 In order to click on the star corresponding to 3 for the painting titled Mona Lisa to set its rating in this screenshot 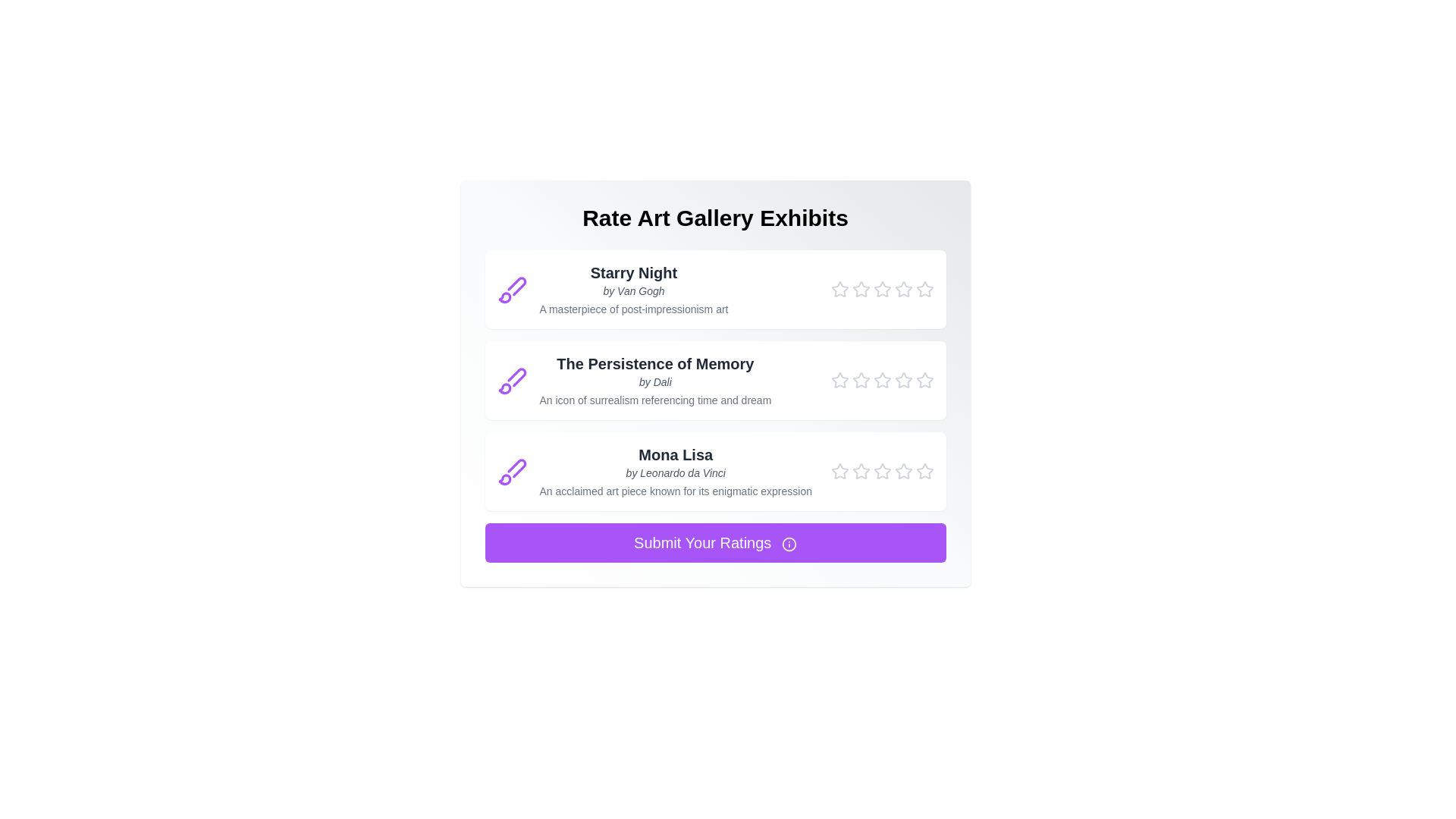, I will do `click(882, 470)`.